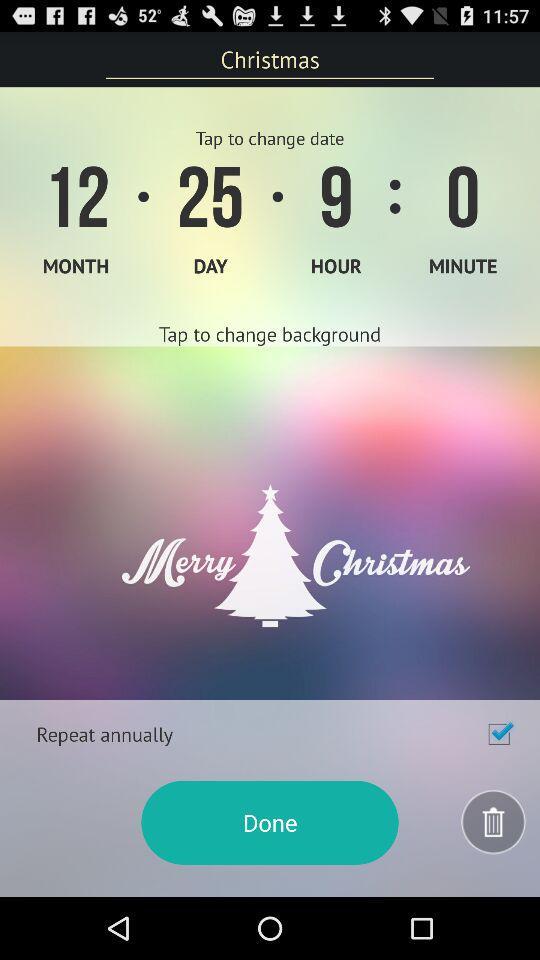 This screenshot has width=540, height=960. I want to click on trash item, so click(493, 822).